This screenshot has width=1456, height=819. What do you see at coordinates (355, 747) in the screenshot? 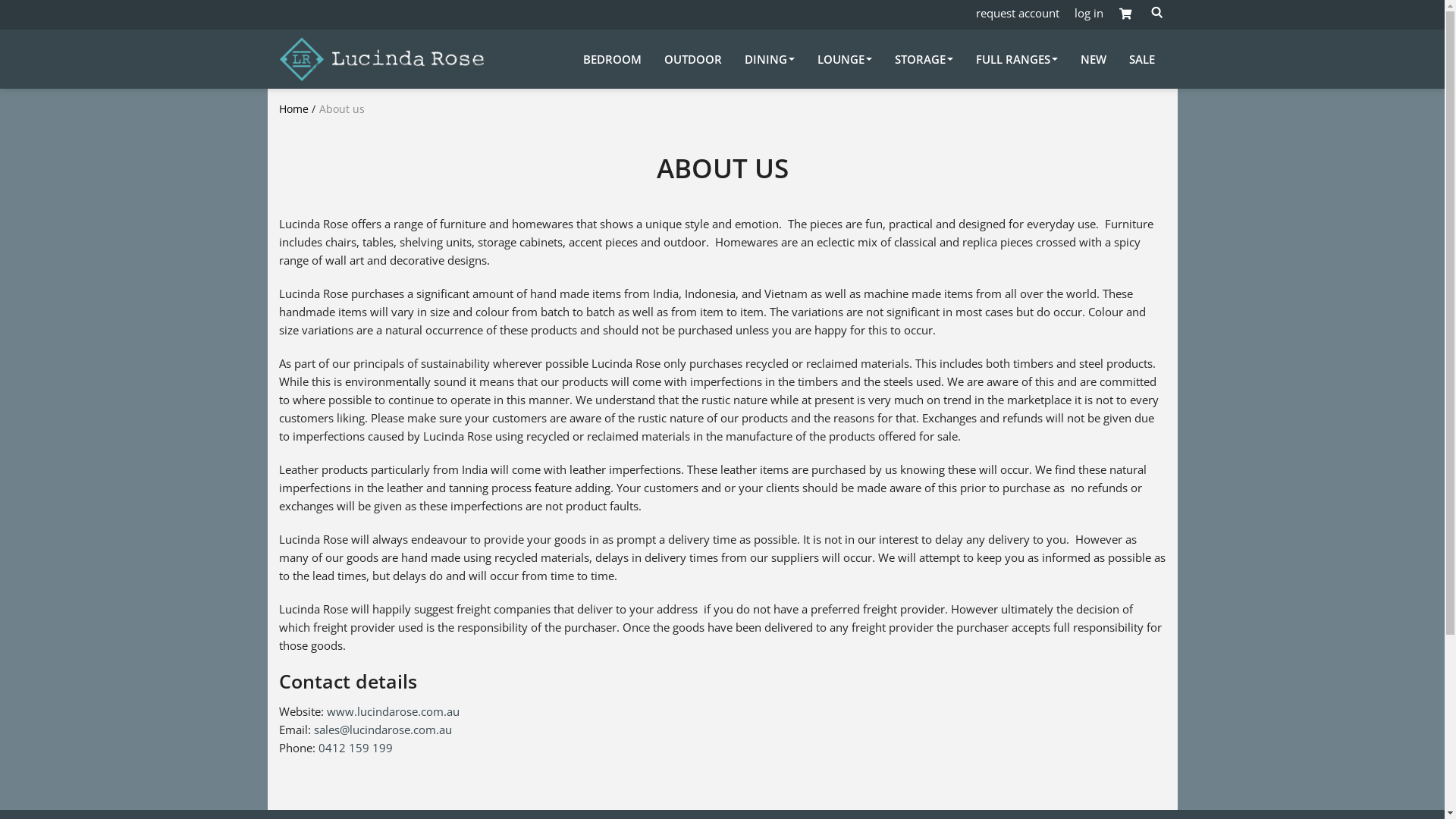
I see `'0412 159 199'` at bounding box center [355, 747].